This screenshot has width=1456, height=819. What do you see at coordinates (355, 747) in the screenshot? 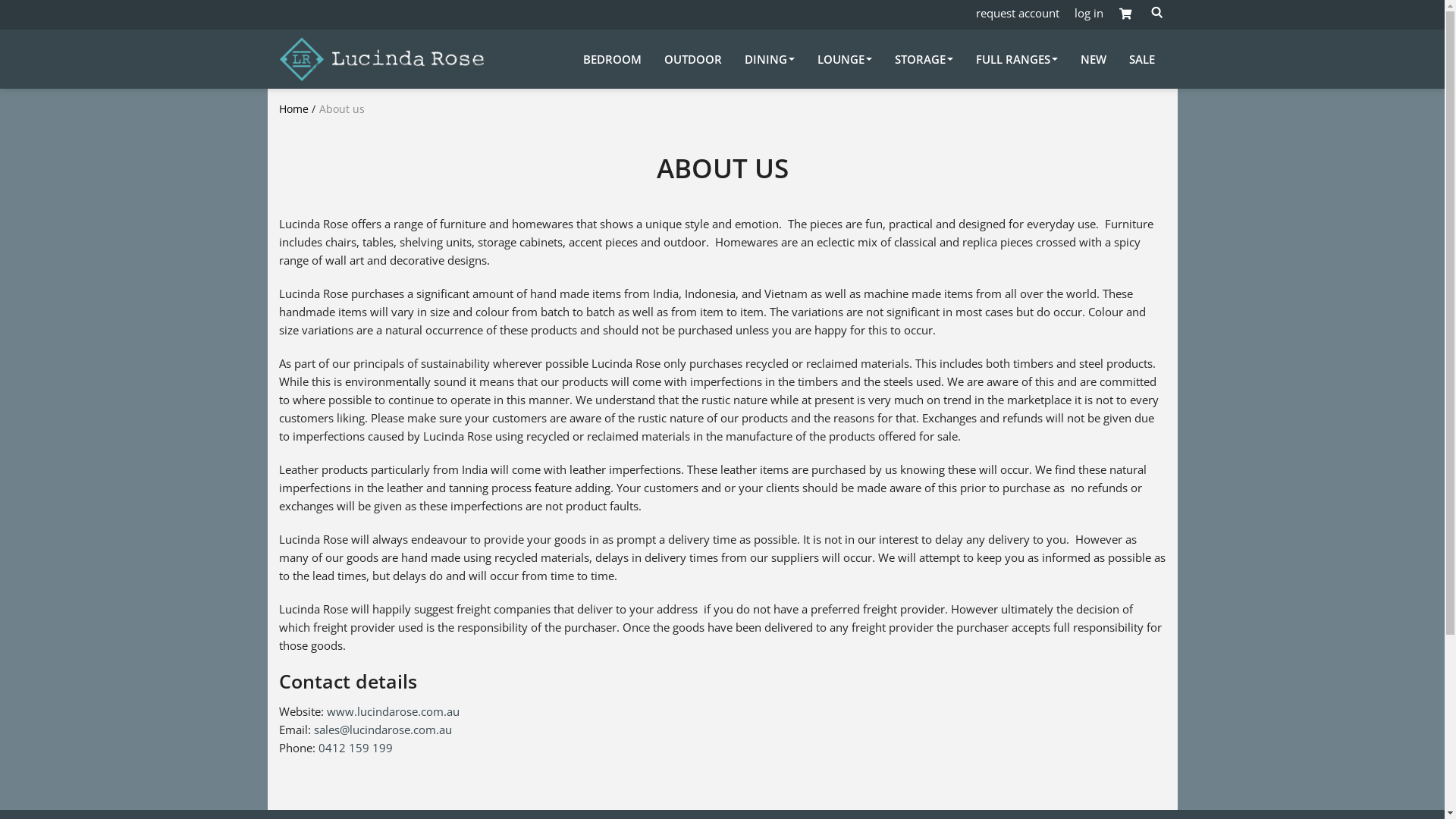
I see `'0412 159 199'` at bounding box center [355, 747].